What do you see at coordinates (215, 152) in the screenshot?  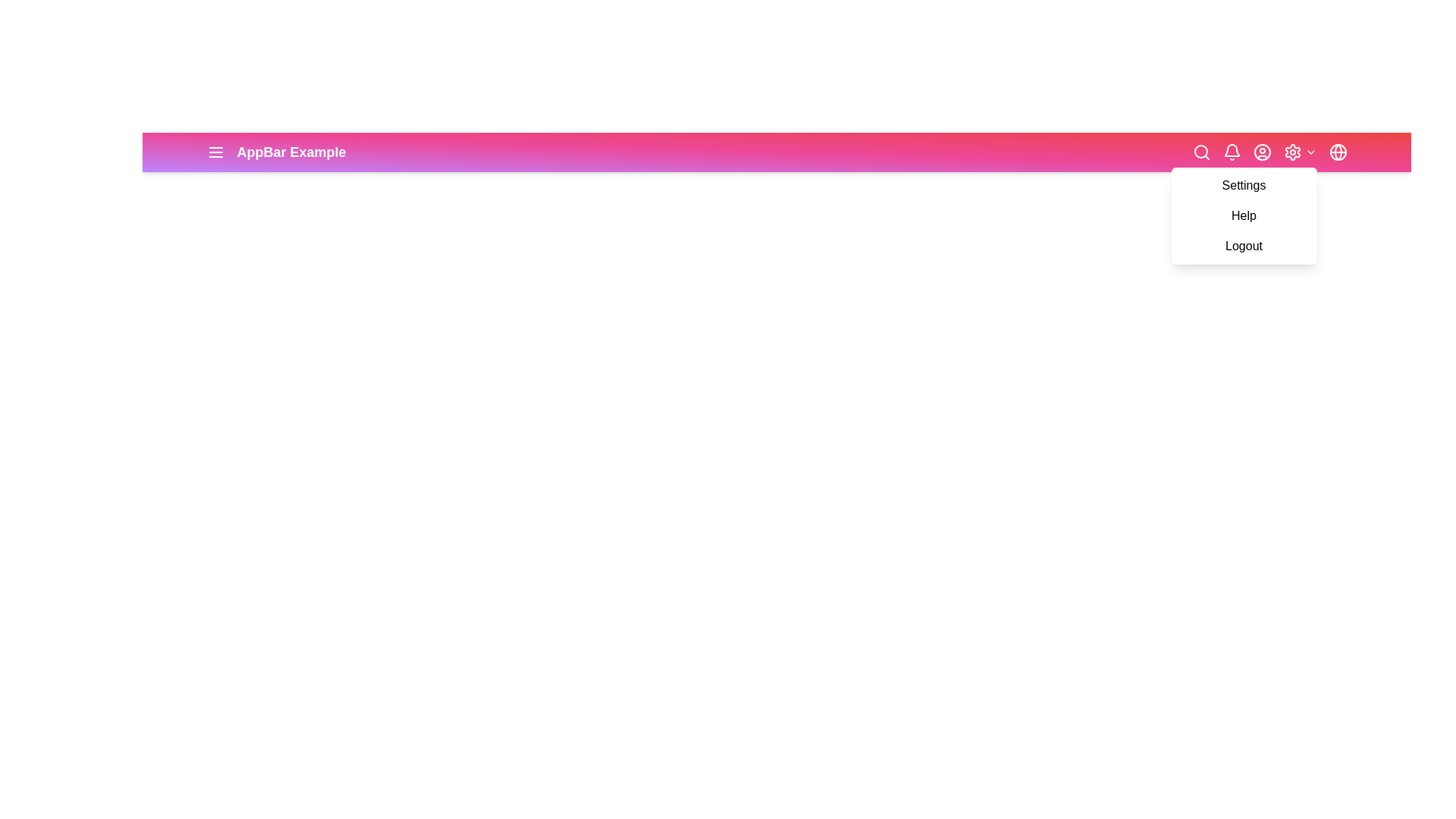 I see `menu button to open the menu` at bounding box center [215, 152].